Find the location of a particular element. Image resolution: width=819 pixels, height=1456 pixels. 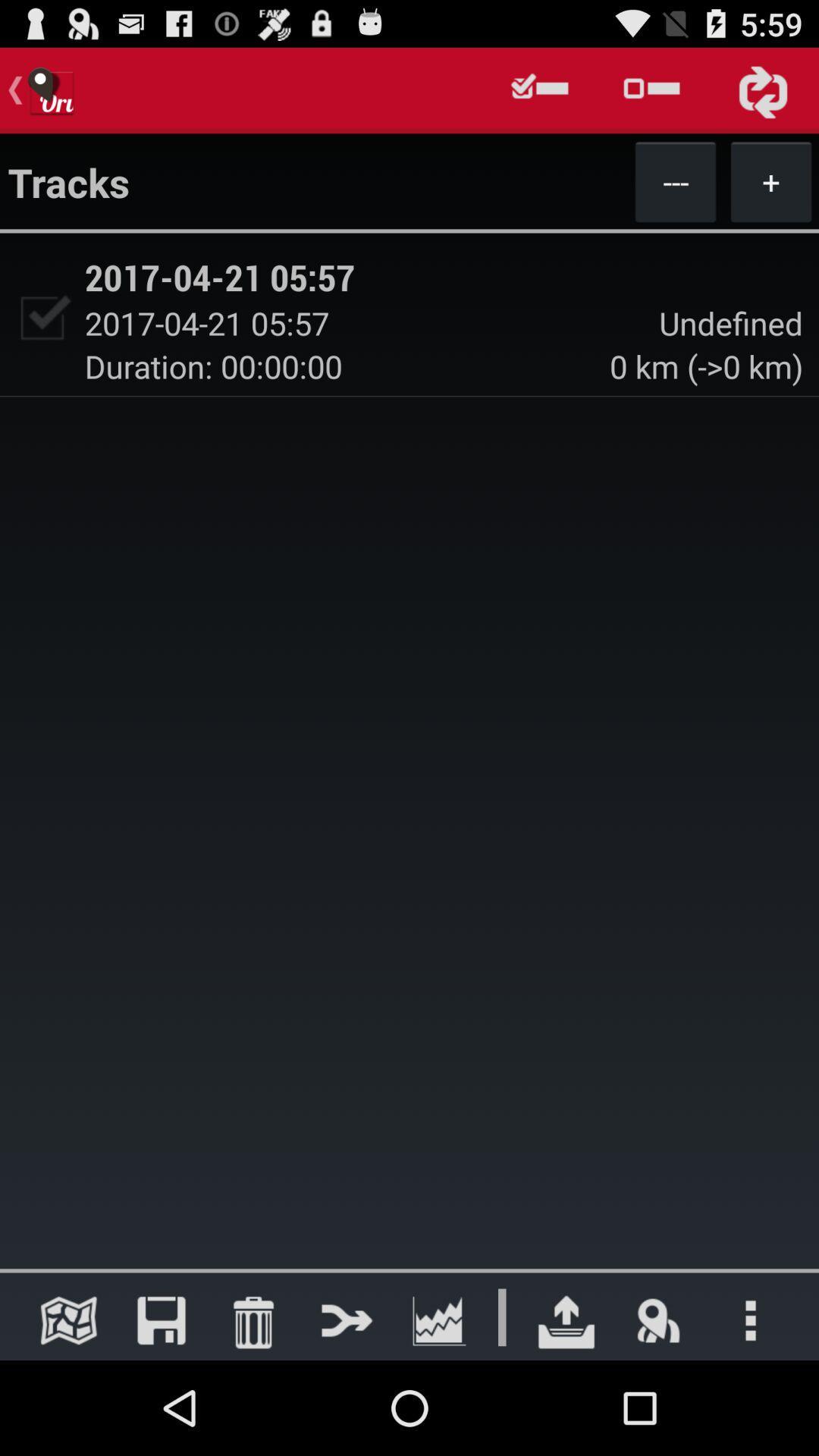

+ is located at coordinates (771, 181).